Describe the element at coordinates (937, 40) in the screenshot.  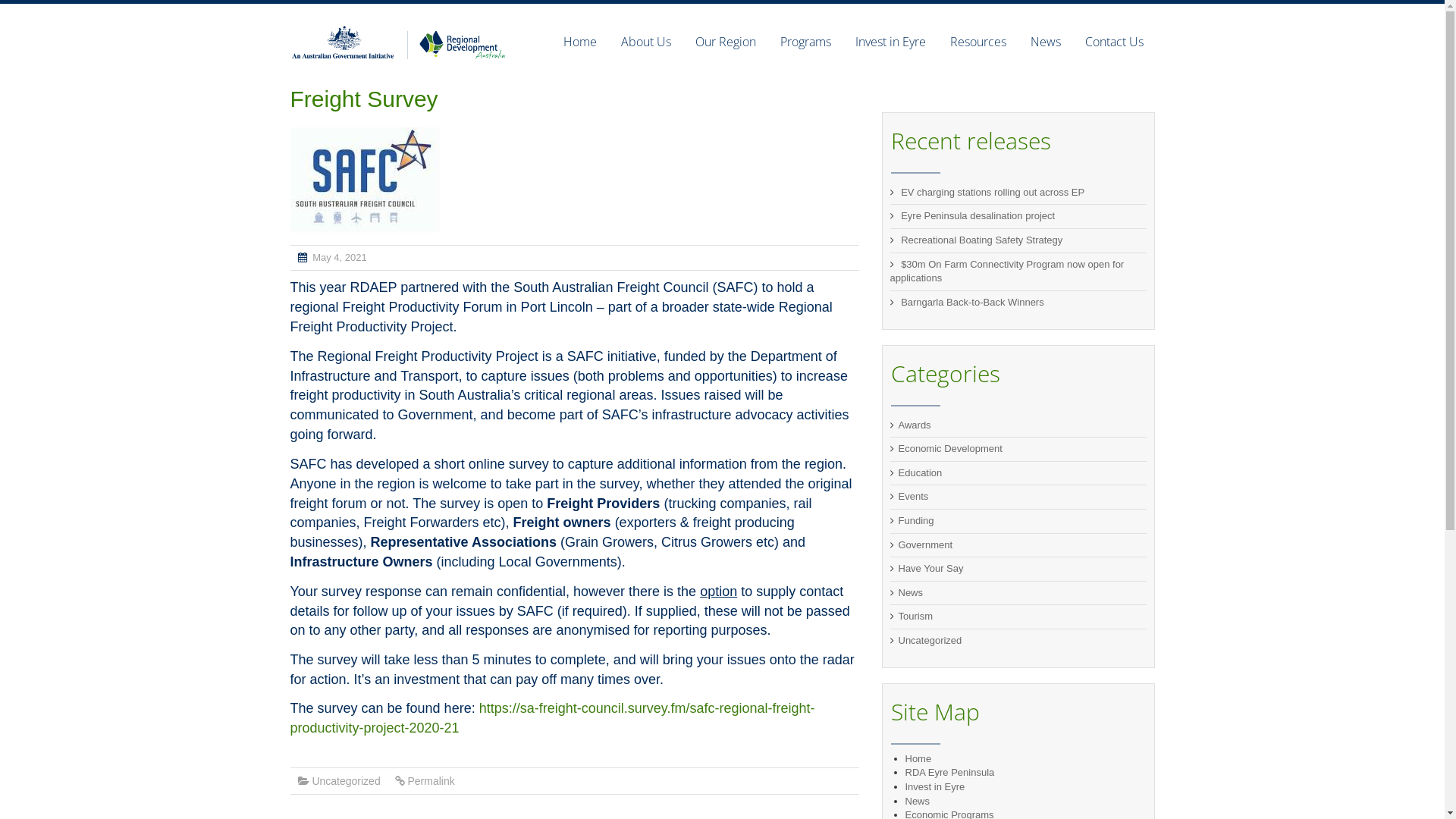
I see `'Resources'` at that location.